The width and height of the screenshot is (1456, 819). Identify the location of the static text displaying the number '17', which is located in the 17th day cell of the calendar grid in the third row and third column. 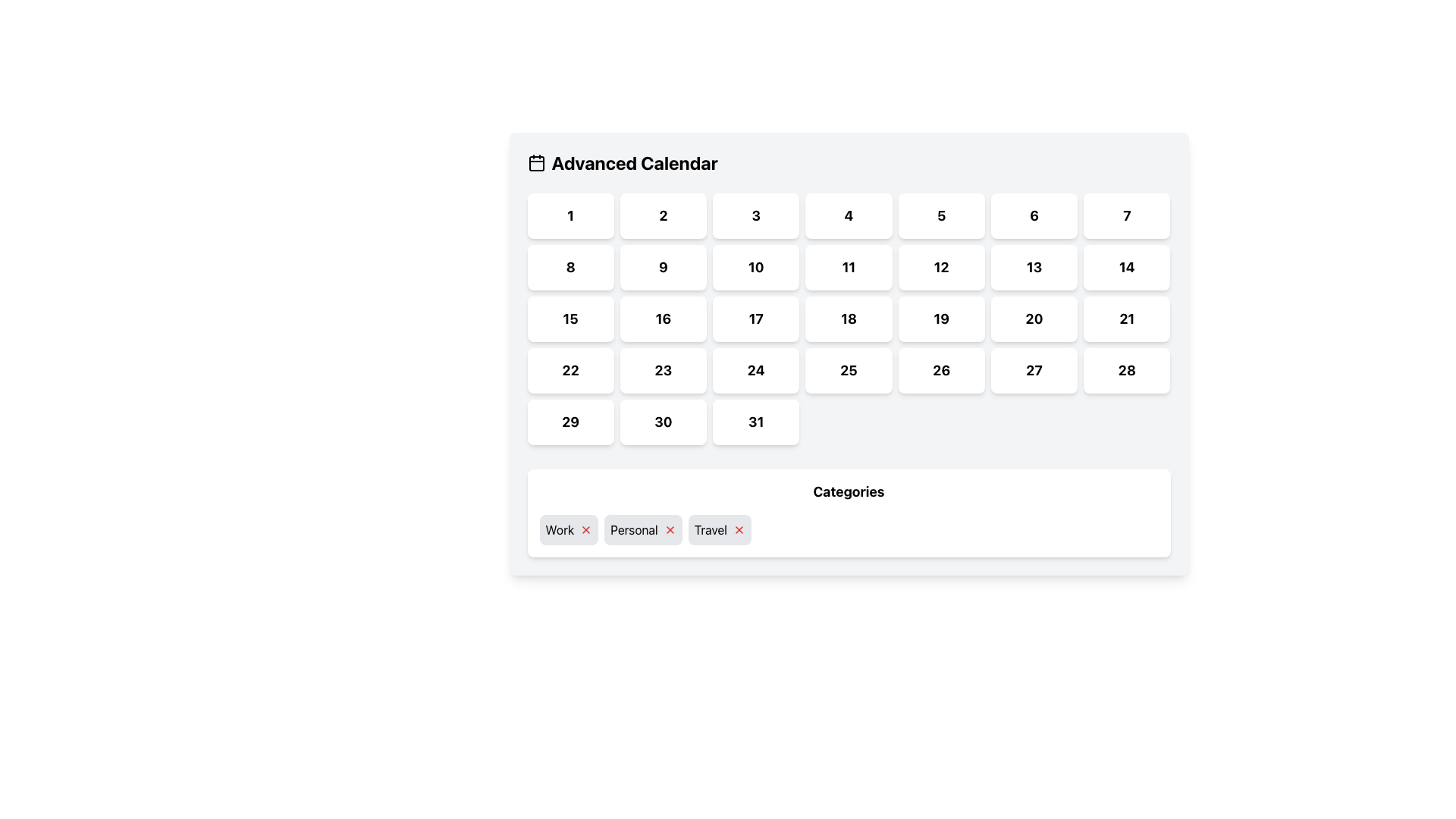
(756, 318).